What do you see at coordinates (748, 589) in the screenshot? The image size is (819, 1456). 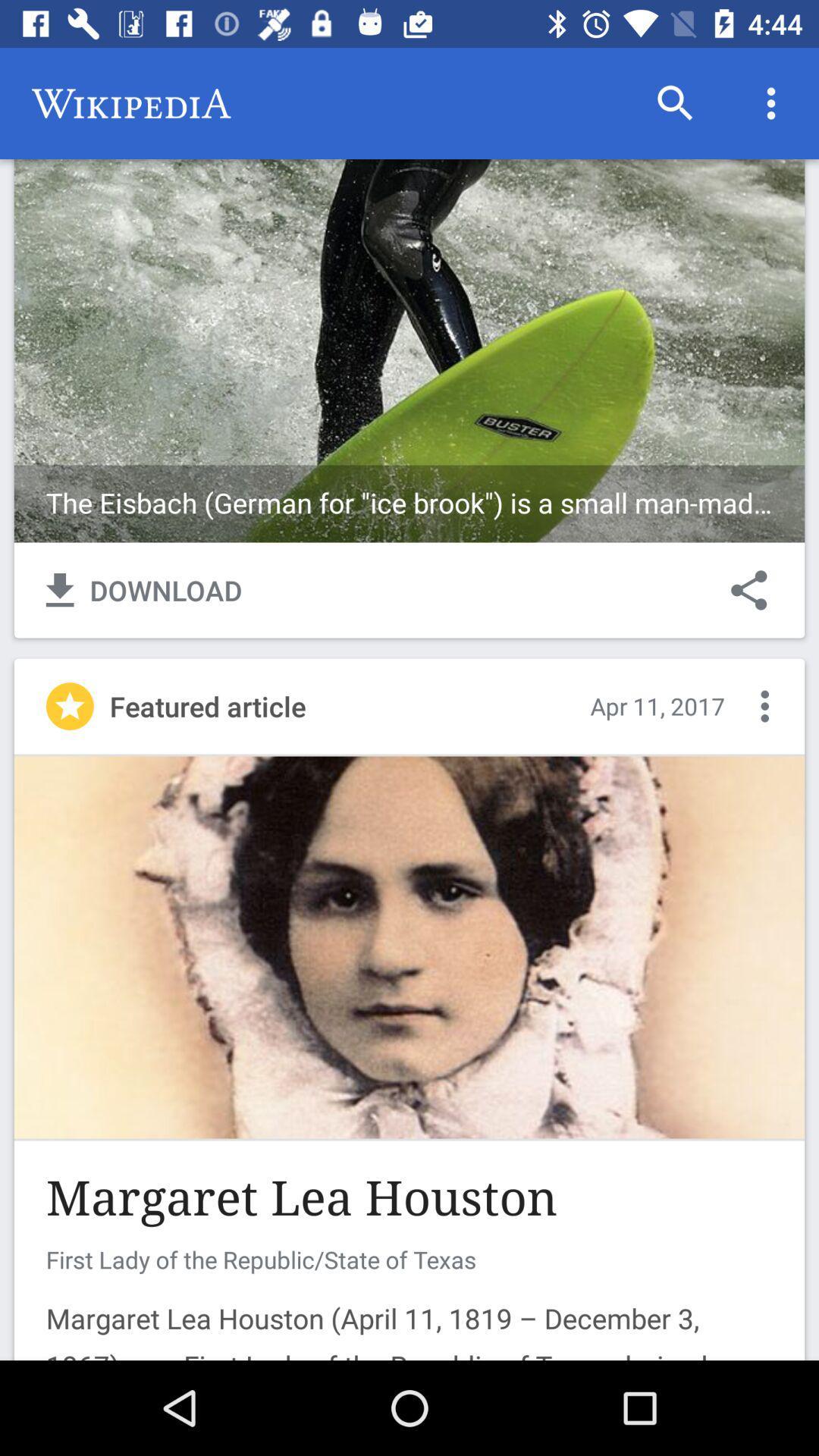 I see `the item to the right of the download` at bounding box center [748, 589].